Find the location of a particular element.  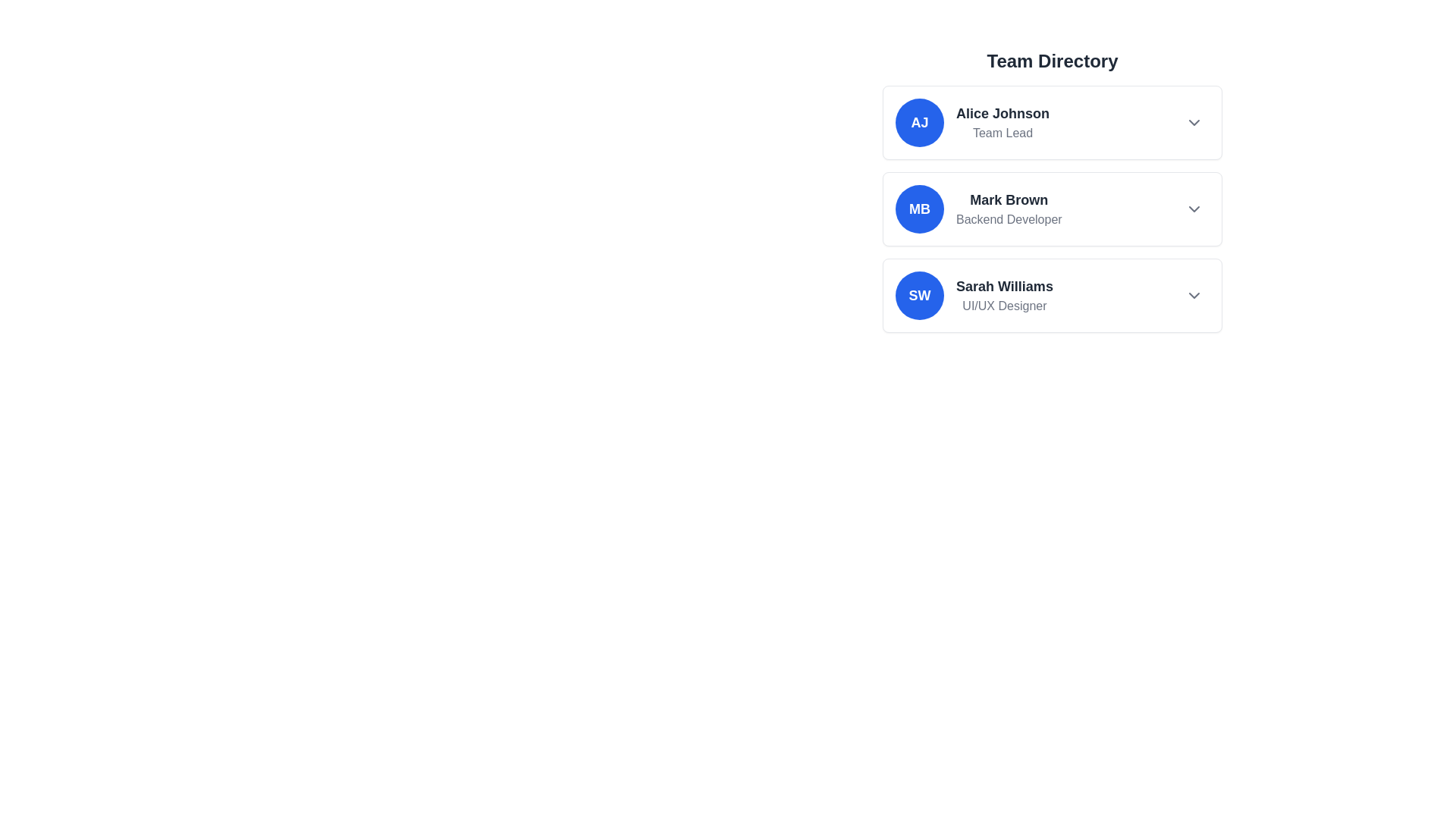

the text label displaying the name and job title of the third profile entry in the 'Team Directory', which is positioned to the right of the blue circular avatar with initials 'SW' is located at coordinates (1004, 295).